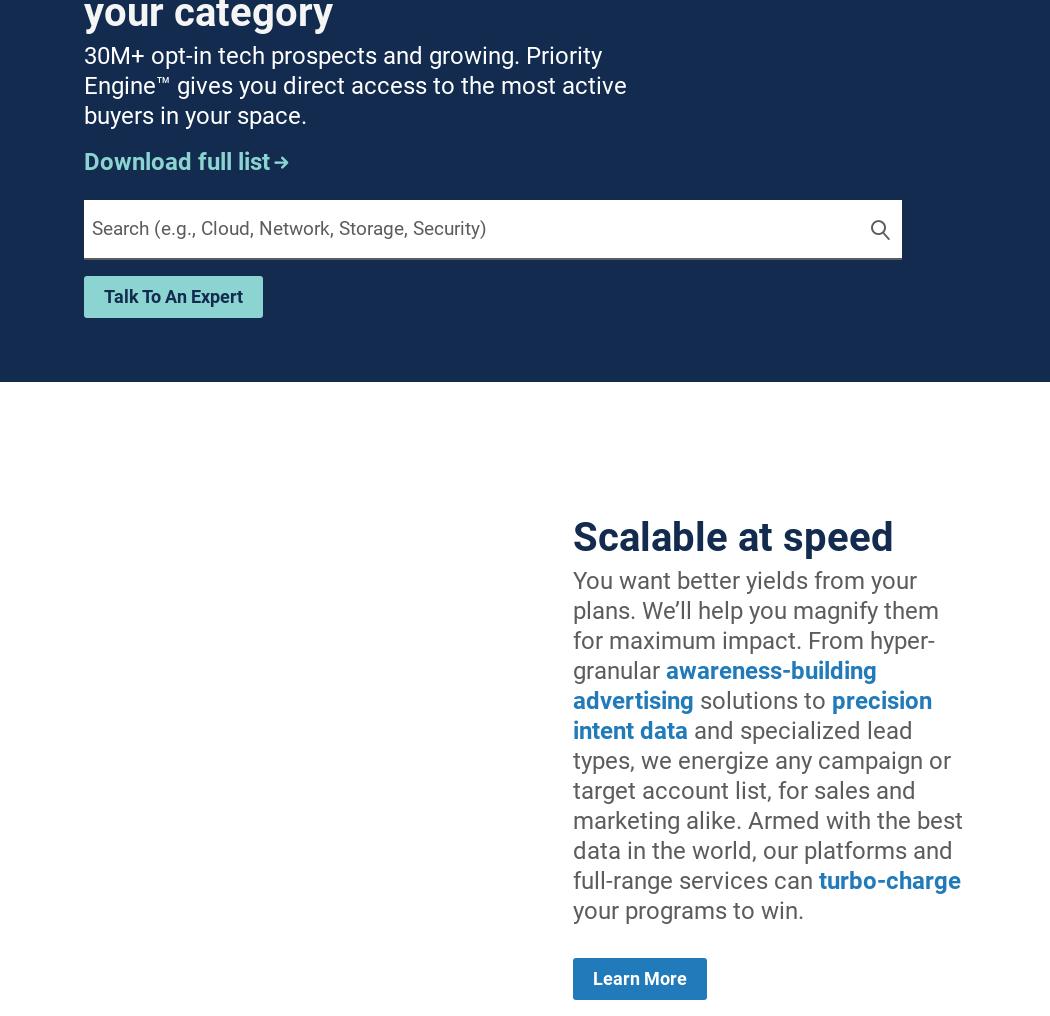  Describe the element at coordinates (571, 803) in the screenshot. I see `'and specialized lead types, we energize any campaign or target account list, for sales and marketing alike. Armed with the best data in the world, our platforms and full-range services can'` at that location.